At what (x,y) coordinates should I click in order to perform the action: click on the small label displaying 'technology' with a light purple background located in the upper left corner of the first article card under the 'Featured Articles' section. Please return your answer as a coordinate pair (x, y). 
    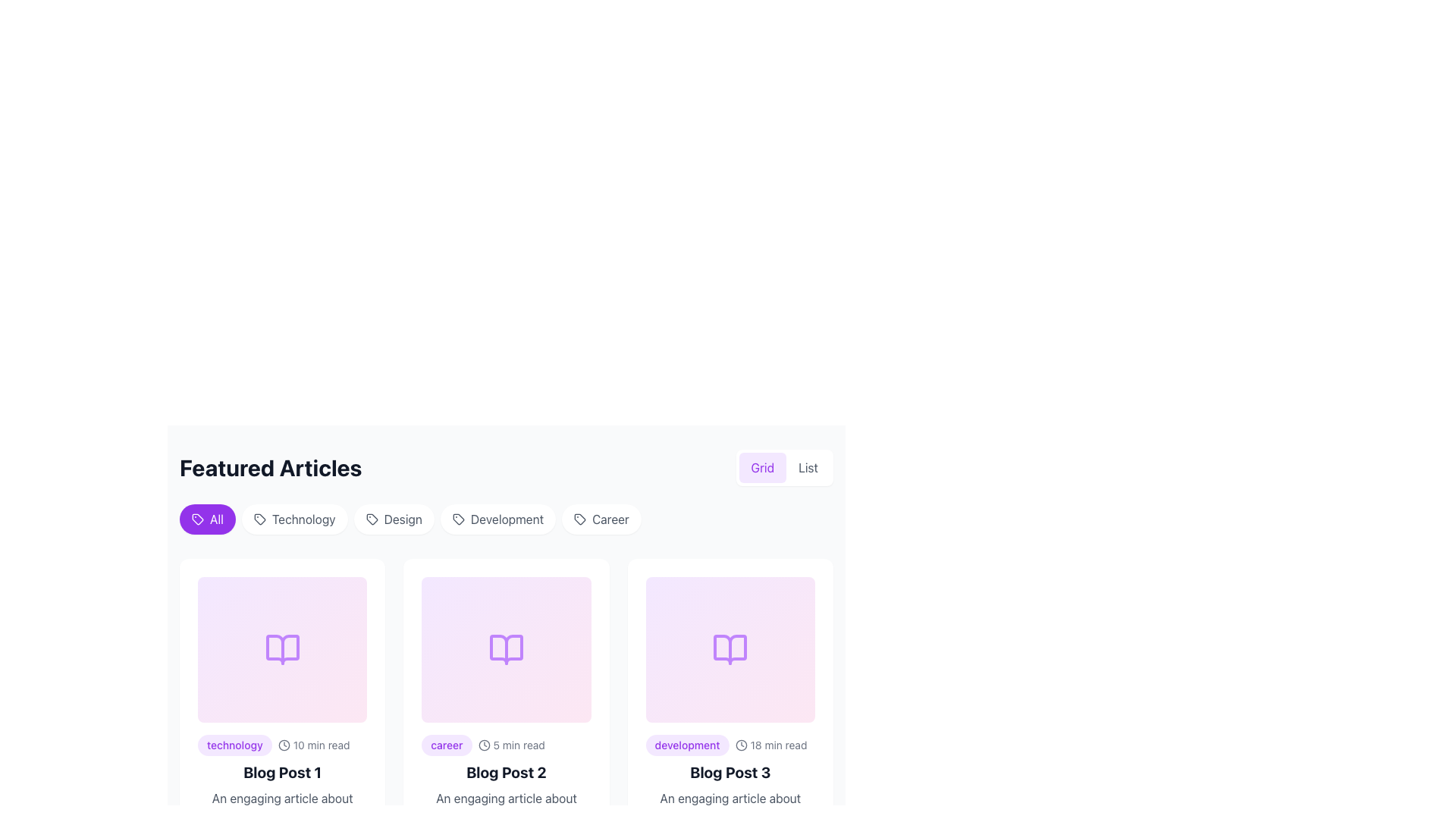
    Looking at the image, I should click on (234, 745).